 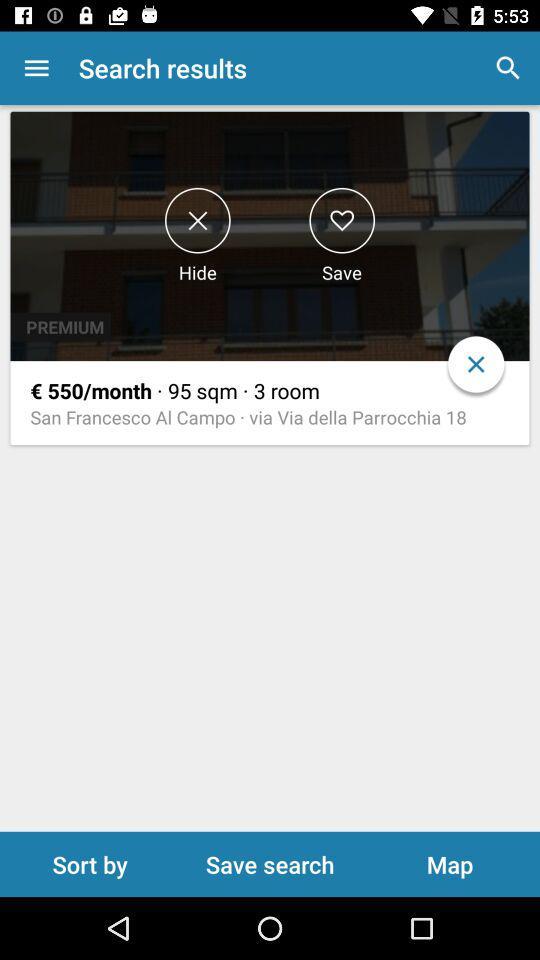 I want to click on the icon to the left of the save search item, so click(x=89, y=863).